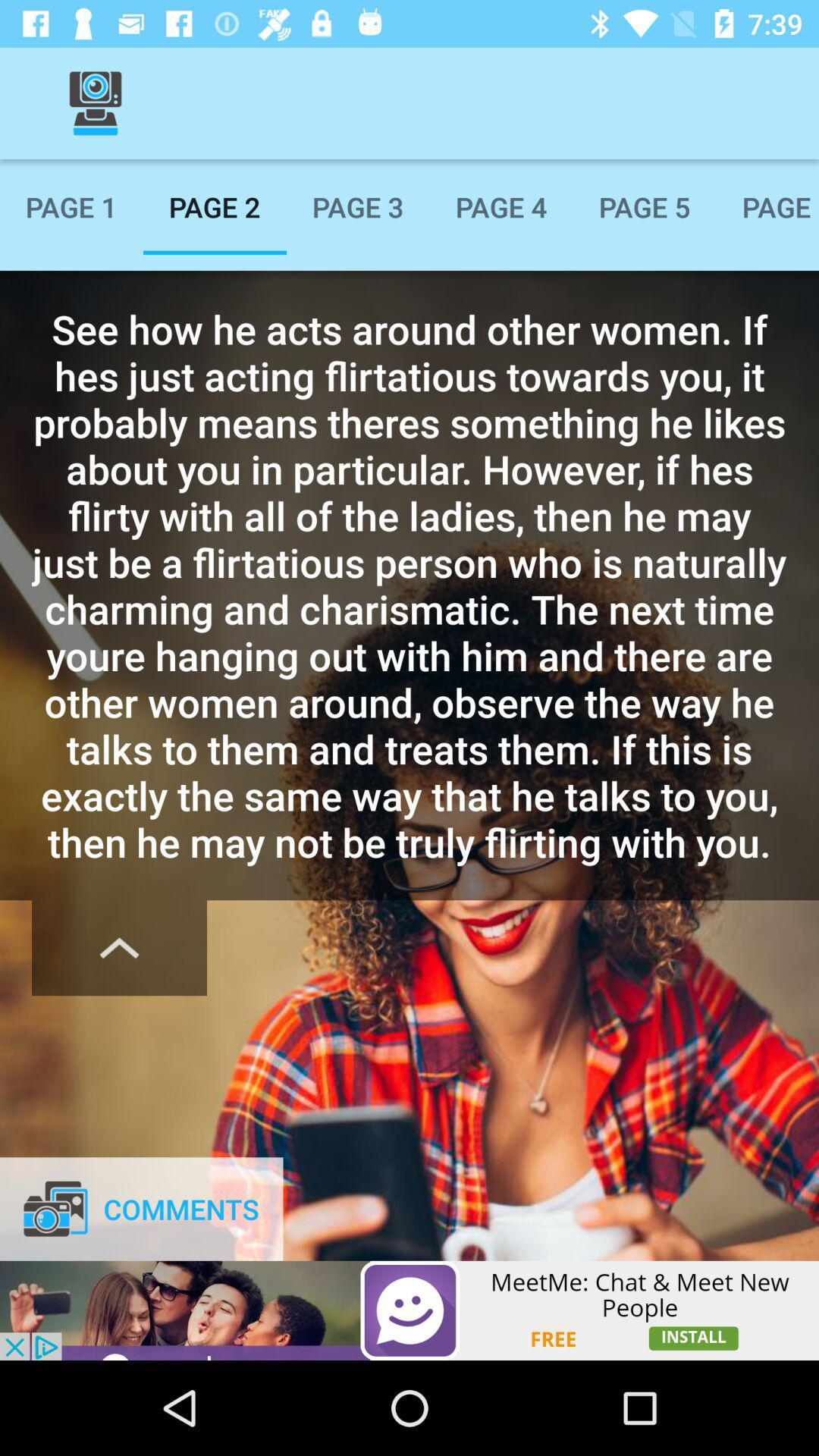  What do you see at coordinates (118, 947) in the screenshot?
I see `the expand_less icon` at bounding box center [118, 947].